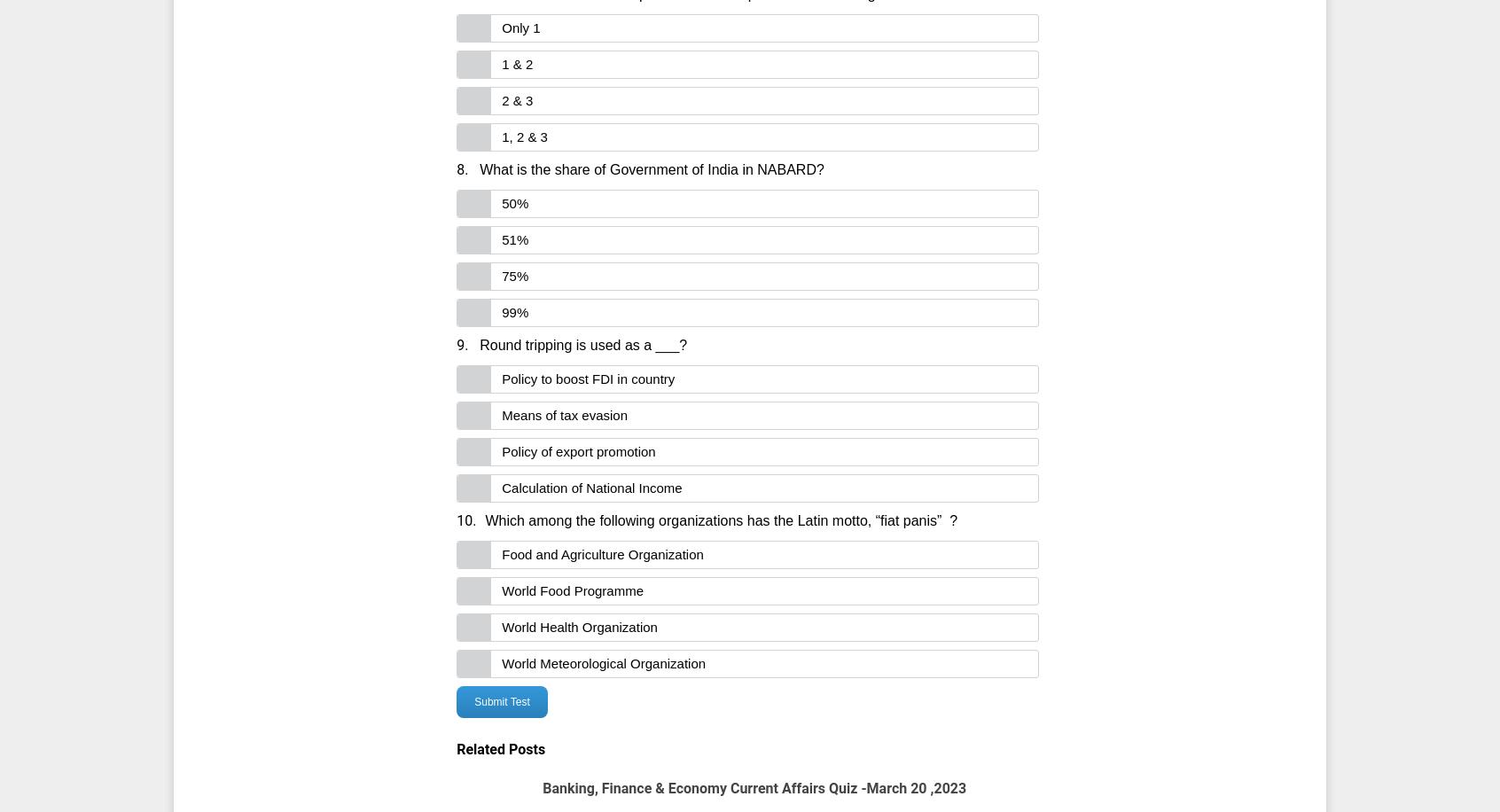 The image size is (1500, 812). What do you see at coordinates (754, 787) in the screenshot?
I see `'Banking, Finance & Economy Current Affairs Quiz -March 20 ,2023'` at bounding box center [754, 787].